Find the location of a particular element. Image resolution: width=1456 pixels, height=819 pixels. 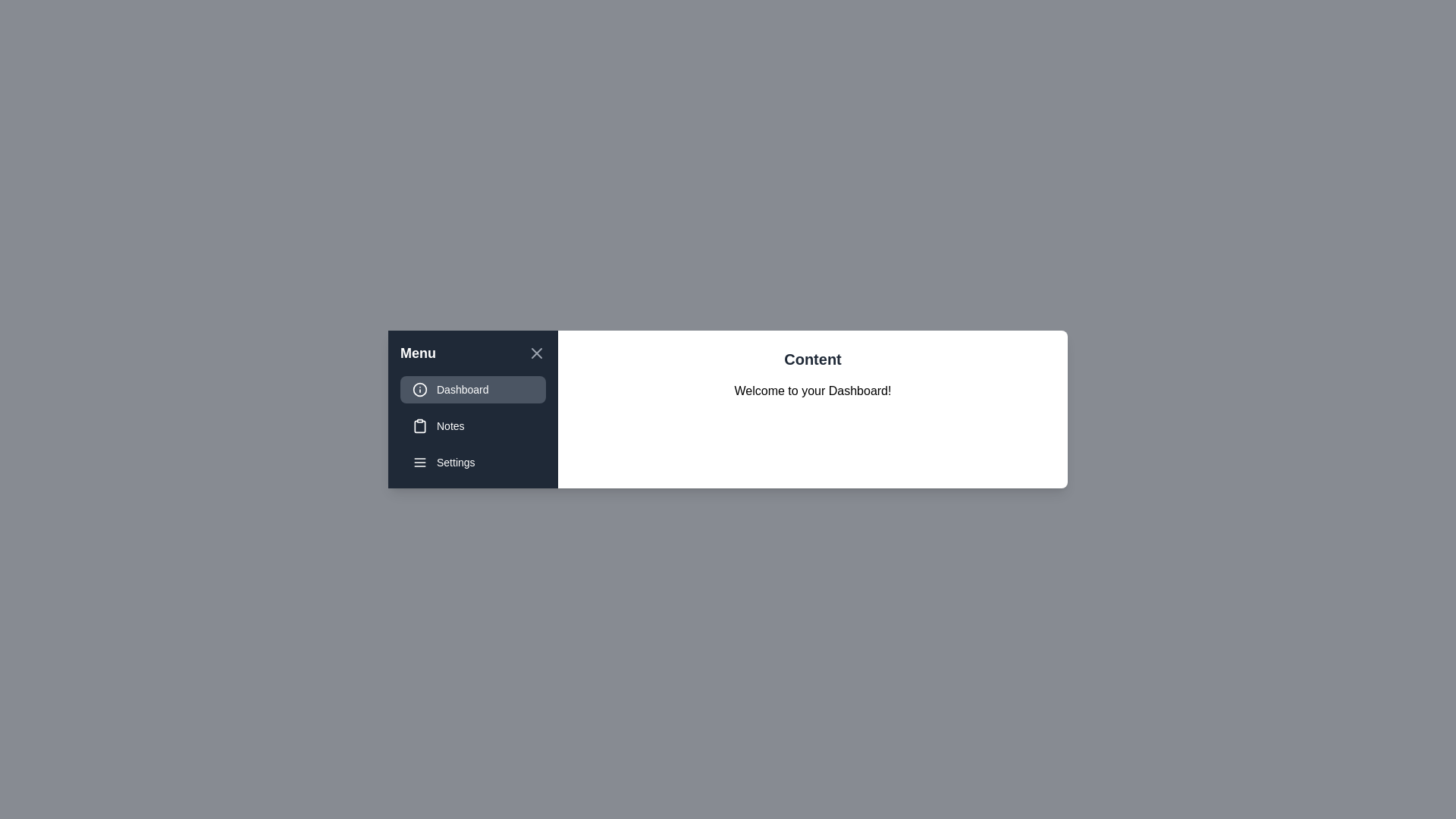

the 'Dashboard' menu icon located on the left side of the interface next to the 'Dashboard' label is located at coordinates (419, 388).